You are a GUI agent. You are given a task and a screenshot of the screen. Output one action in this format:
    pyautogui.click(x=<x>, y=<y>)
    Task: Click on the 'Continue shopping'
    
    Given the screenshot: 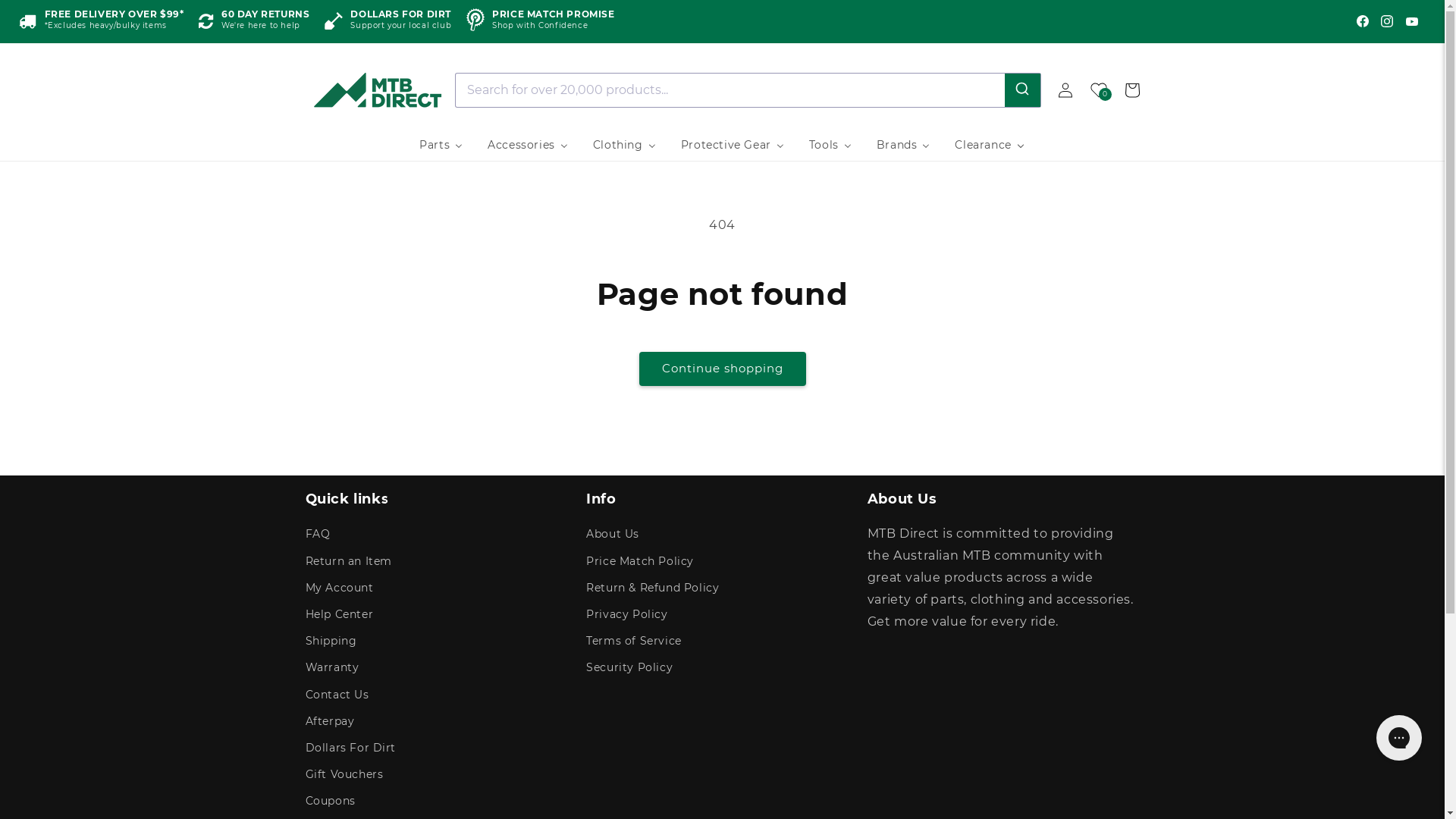 What is the action you would take?
    pyautogui.click(x=638, y=369)
    